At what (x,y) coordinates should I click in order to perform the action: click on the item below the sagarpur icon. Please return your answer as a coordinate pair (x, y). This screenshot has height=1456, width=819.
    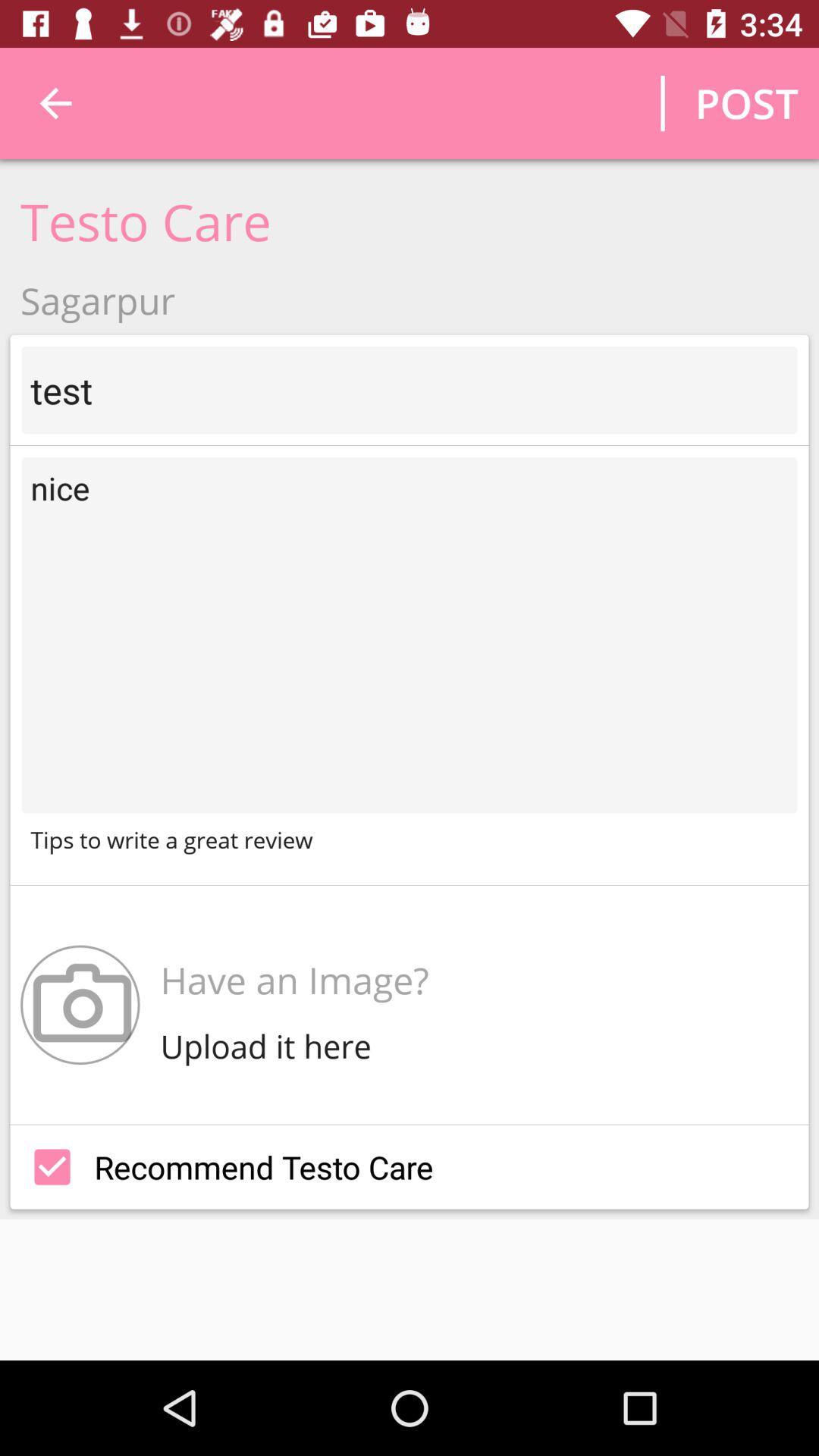
    Looking at the image, I should click on (409, 390).